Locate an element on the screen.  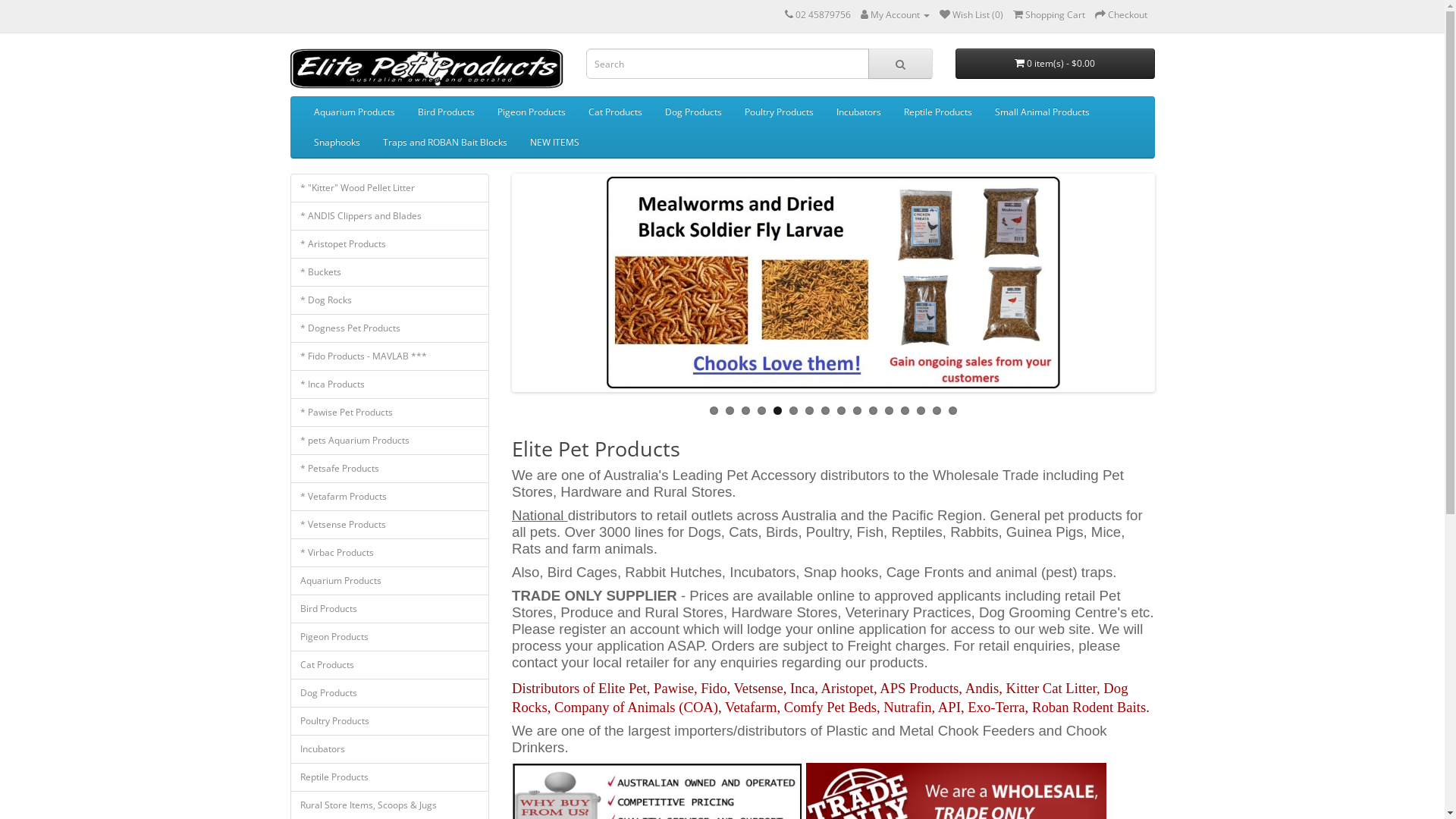
'Elite Pet Products' is located at coordinates (425, 68).